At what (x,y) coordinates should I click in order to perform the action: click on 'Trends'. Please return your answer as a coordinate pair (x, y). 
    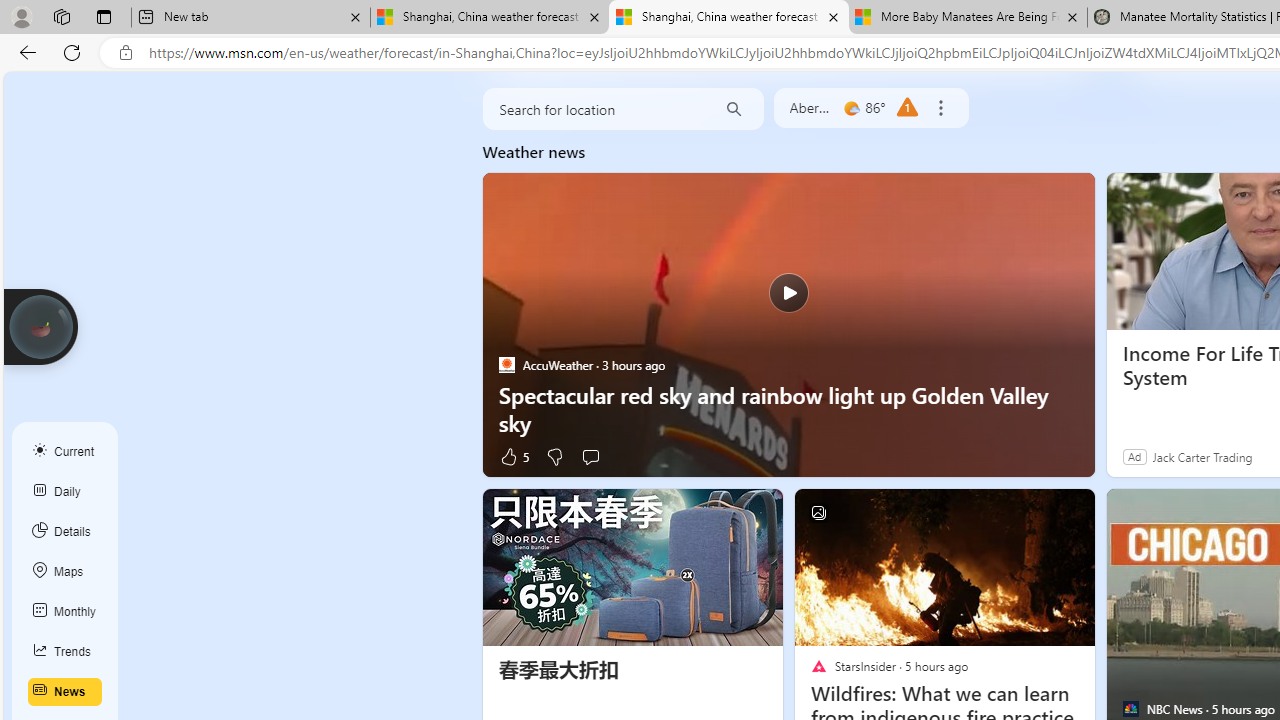
    Looking at the image, I should click on (65, 651).